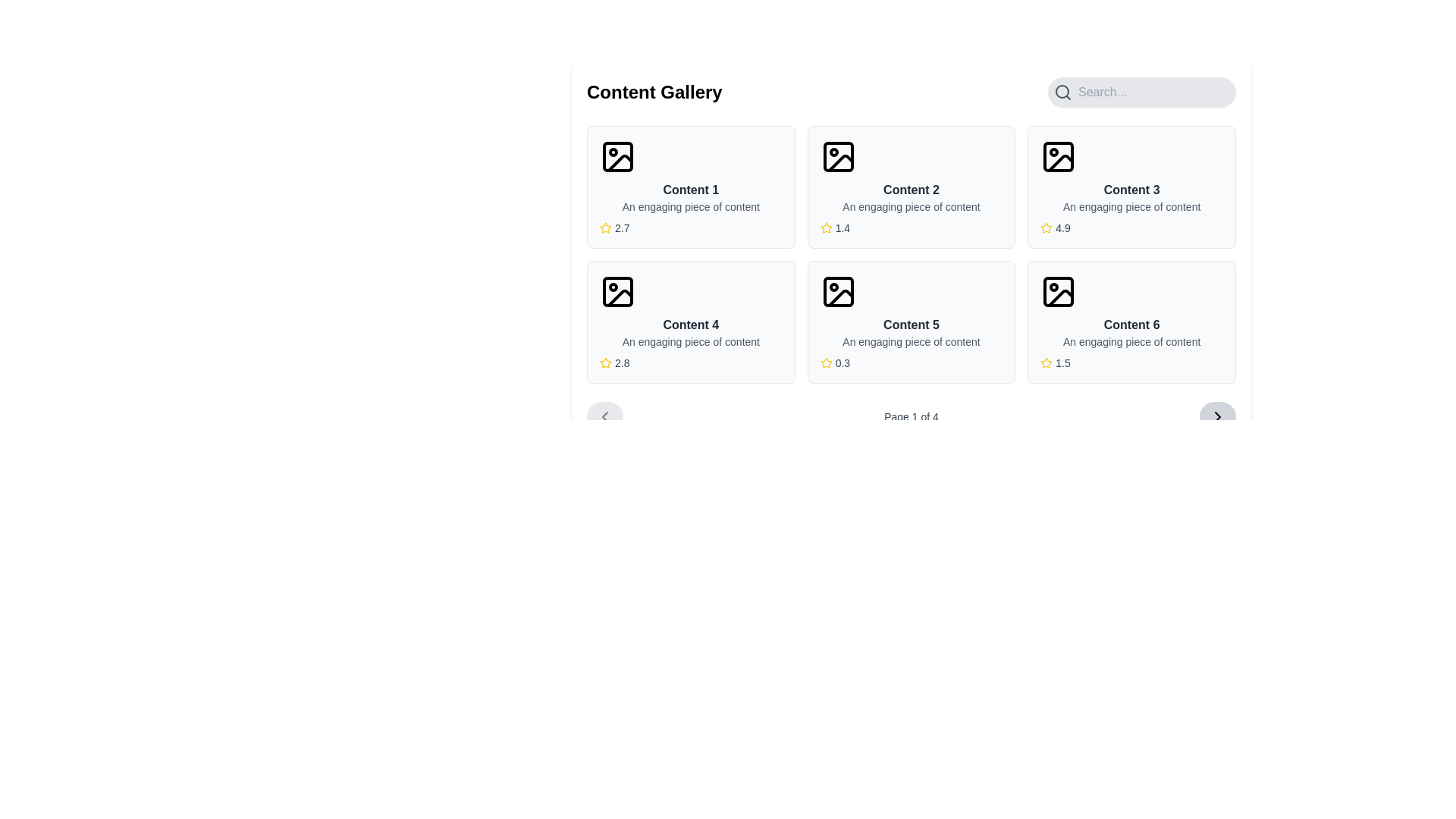 The height and width of the screenshot is (819, 1456). What do you see at coordinates (1131, 342) in the screenshot?
I see `the small light gray text label displaying the phrase 'An engaging piece of content' located below the title 'Content 6' in the sixth content card` at bounding box center [1131, 342].